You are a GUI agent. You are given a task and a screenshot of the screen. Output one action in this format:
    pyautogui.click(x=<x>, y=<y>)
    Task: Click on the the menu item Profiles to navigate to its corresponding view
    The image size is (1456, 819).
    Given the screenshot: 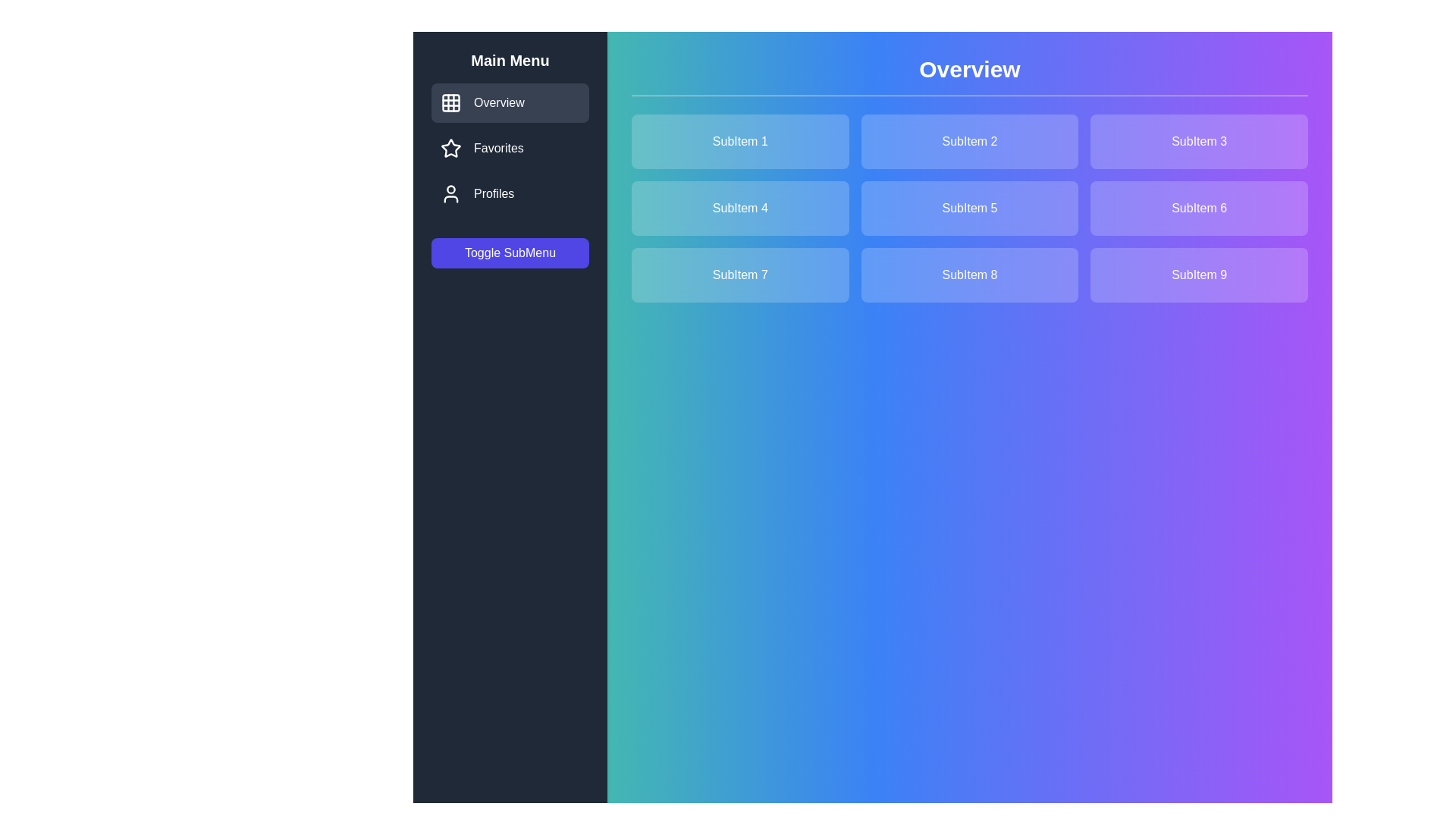 What is the action you would take?
    pyautogui.click(x=510, y=193)
    